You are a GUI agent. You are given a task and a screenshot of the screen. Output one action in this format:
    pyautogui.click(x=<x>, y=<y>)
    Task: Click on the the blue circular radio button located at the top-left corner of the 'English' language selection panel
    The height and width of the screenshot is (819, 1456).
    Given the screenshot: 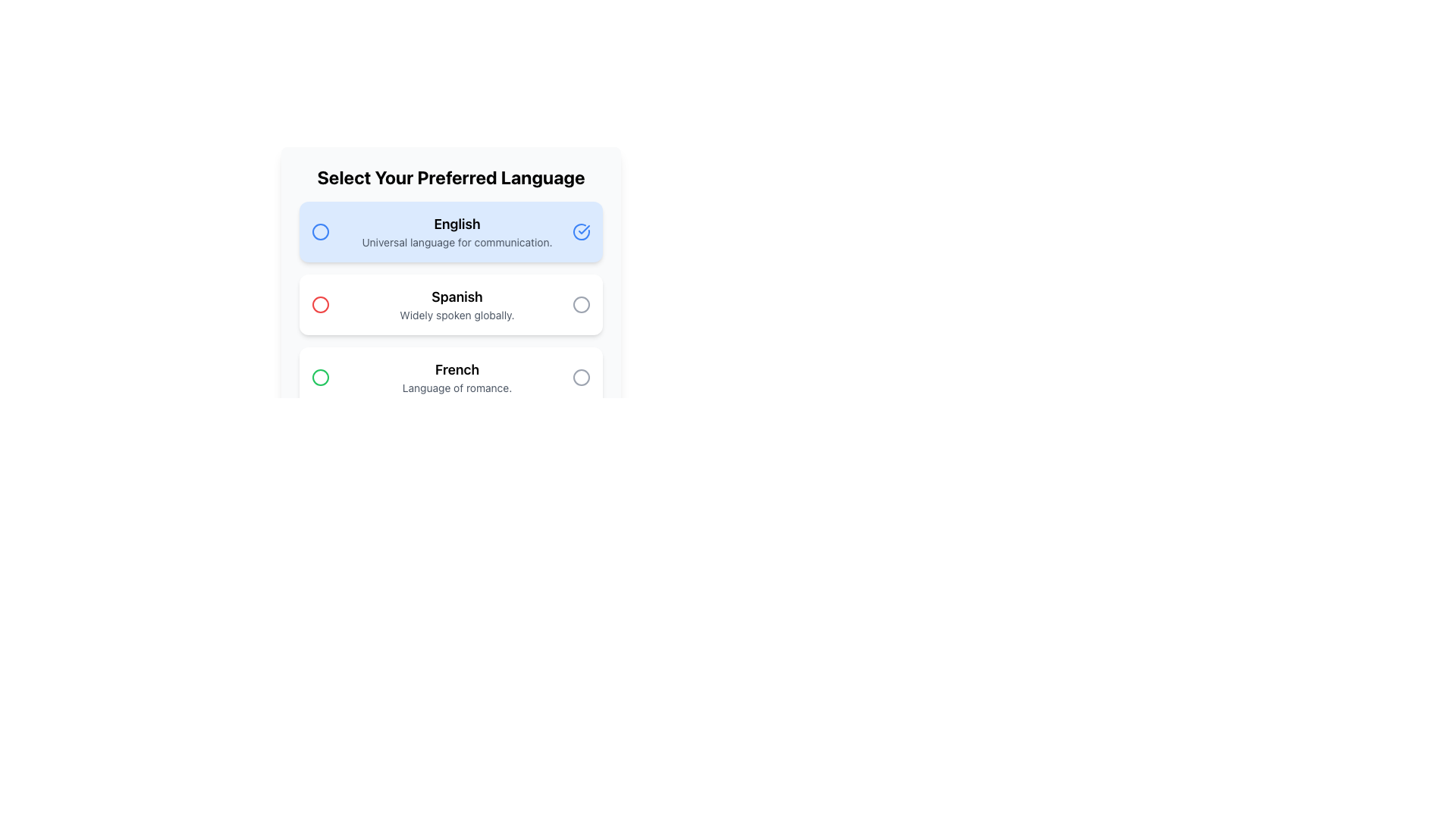 What is the action you would take?
    pyautogui.click(x=319, y=231)
    